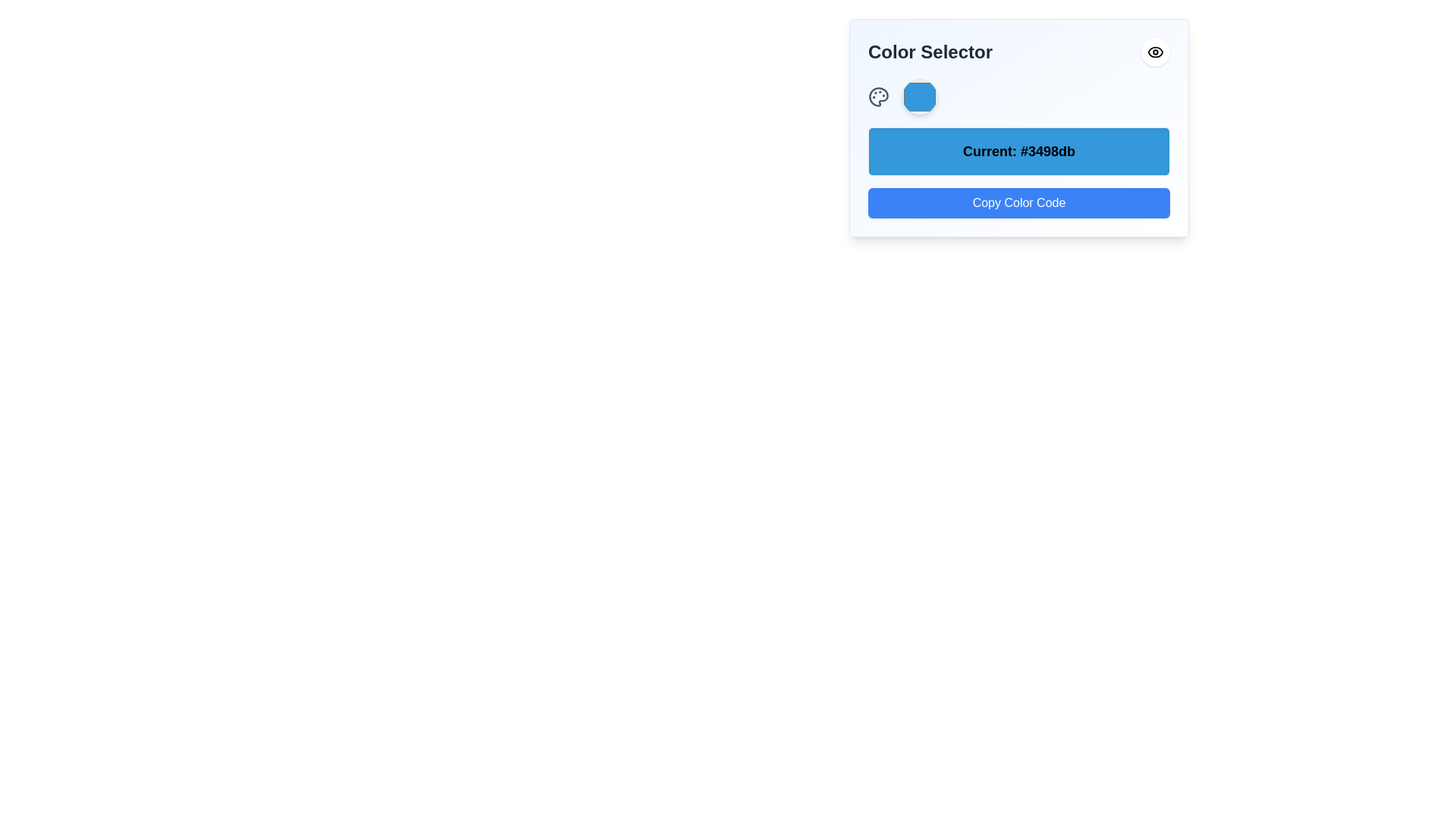 This screenshot has width=1456, height=819. I want to click on the circular eye icon button located at the top-right corner of the Color Selector interface, which has a white background and rounded edges, so click(1154, 52).